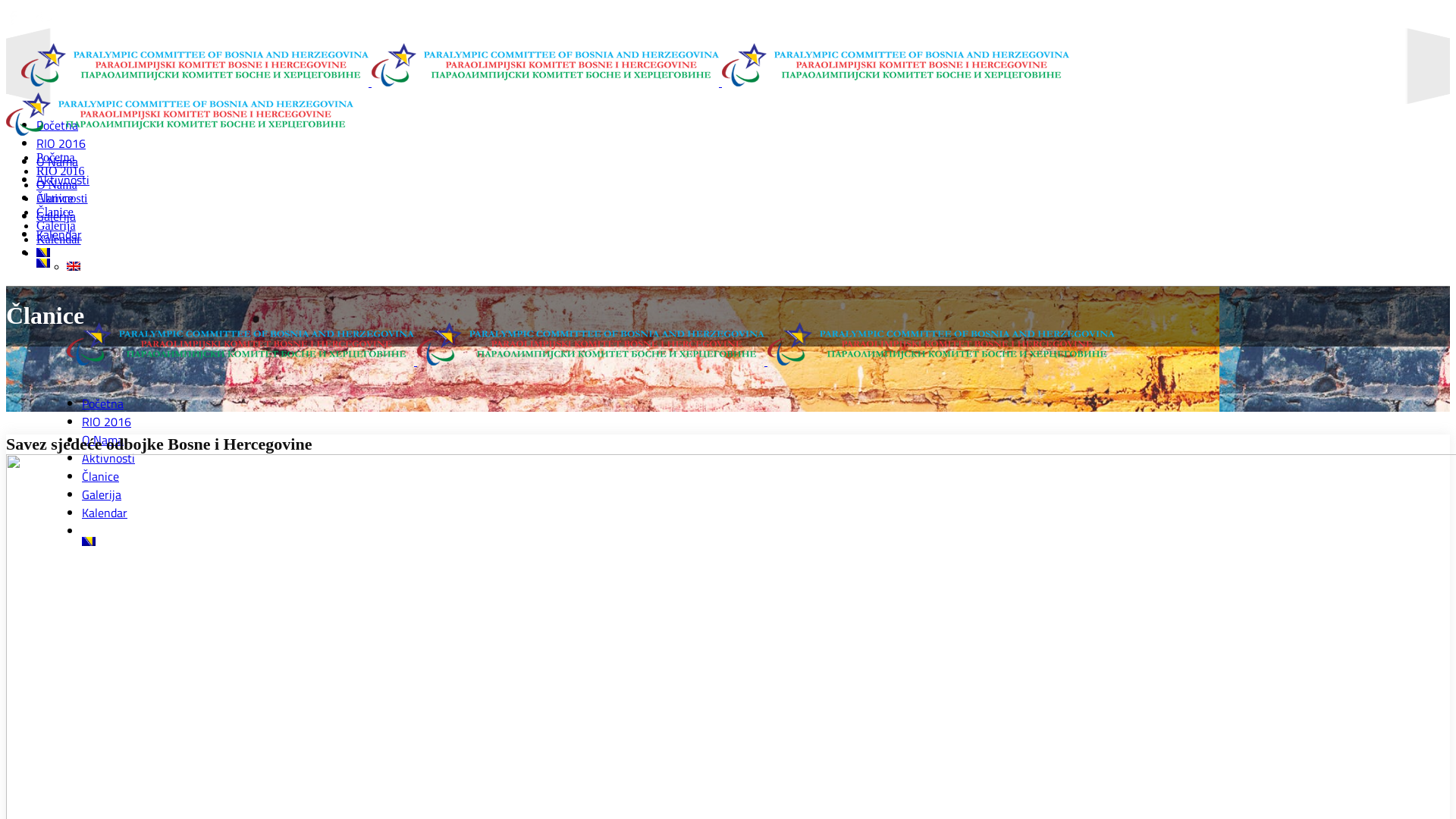 This screenshot has width=1456, height=819. Describe the element at coordinates (43, 262) in the screenshot. I see `'Bosnian'` at that location.